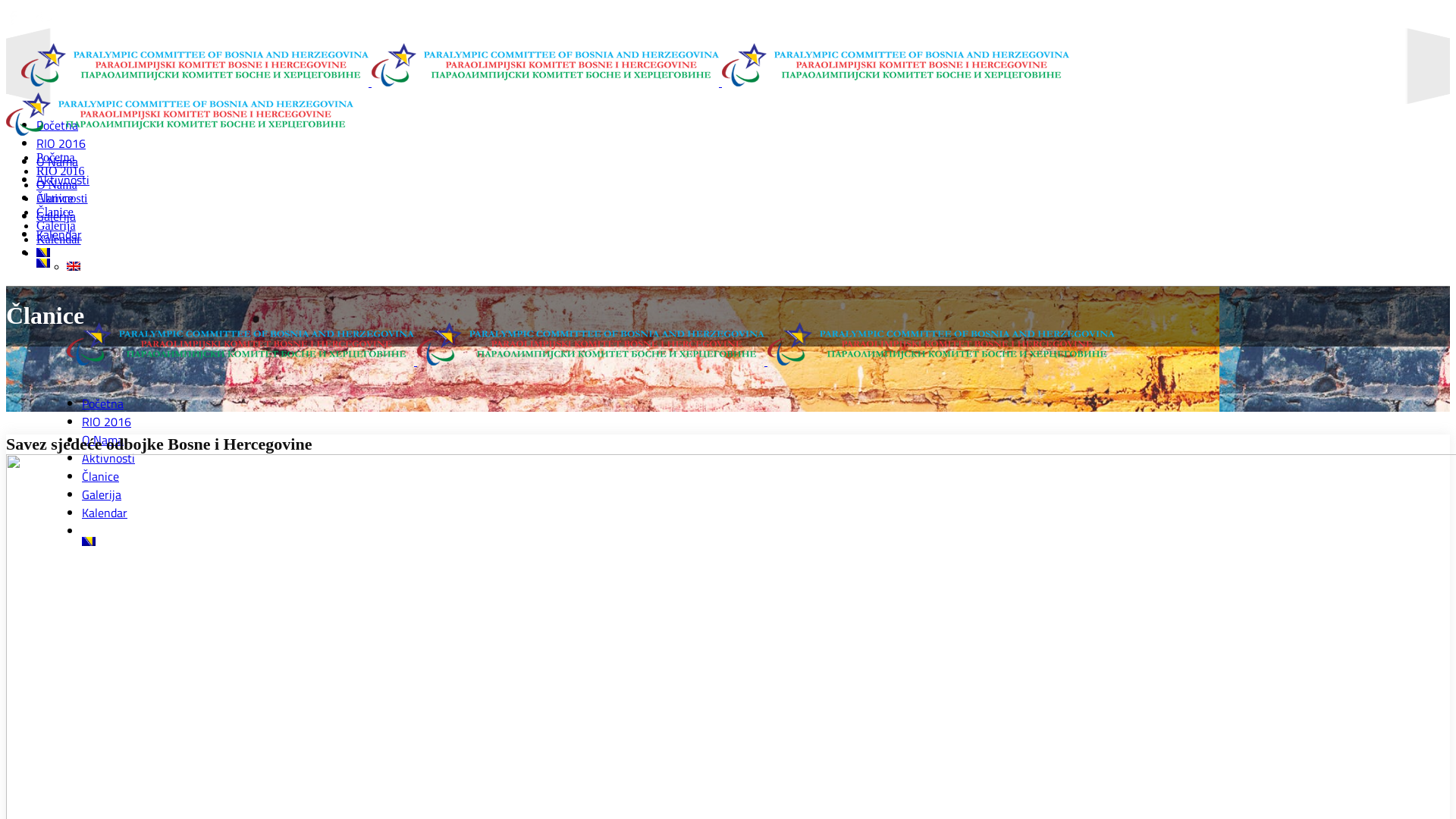 This screenshot has width=1456, height=819. Describe the element at coordinates (43, 262) in the screenshot. I see `'Bosnian'` at that location.